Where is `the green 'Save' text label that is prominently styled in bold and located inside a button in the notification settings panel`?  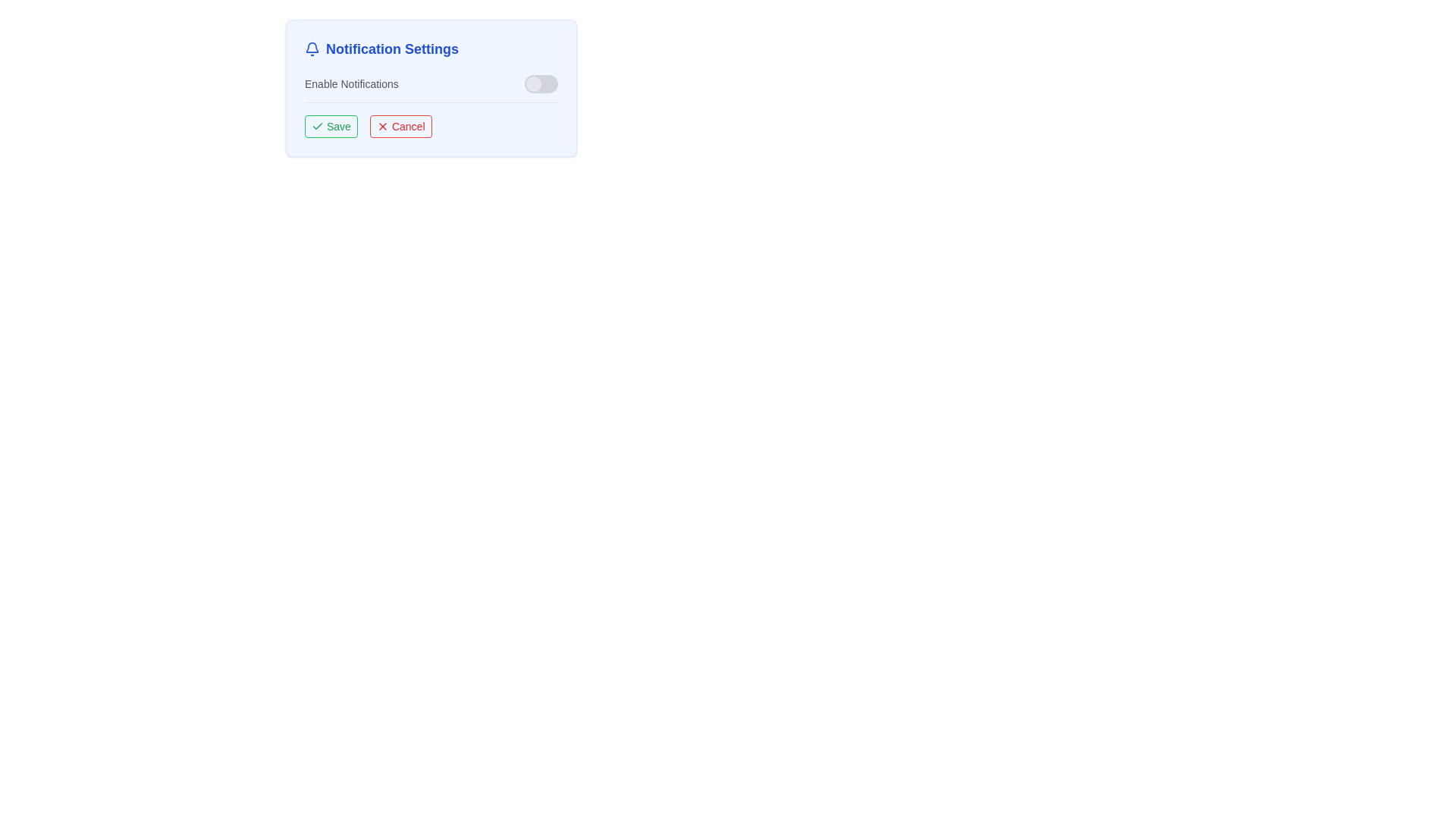
the green 'Save' text label that is prominently styled in bold and located inside a button in the notification settings panel is located at coordinates (337, 125).